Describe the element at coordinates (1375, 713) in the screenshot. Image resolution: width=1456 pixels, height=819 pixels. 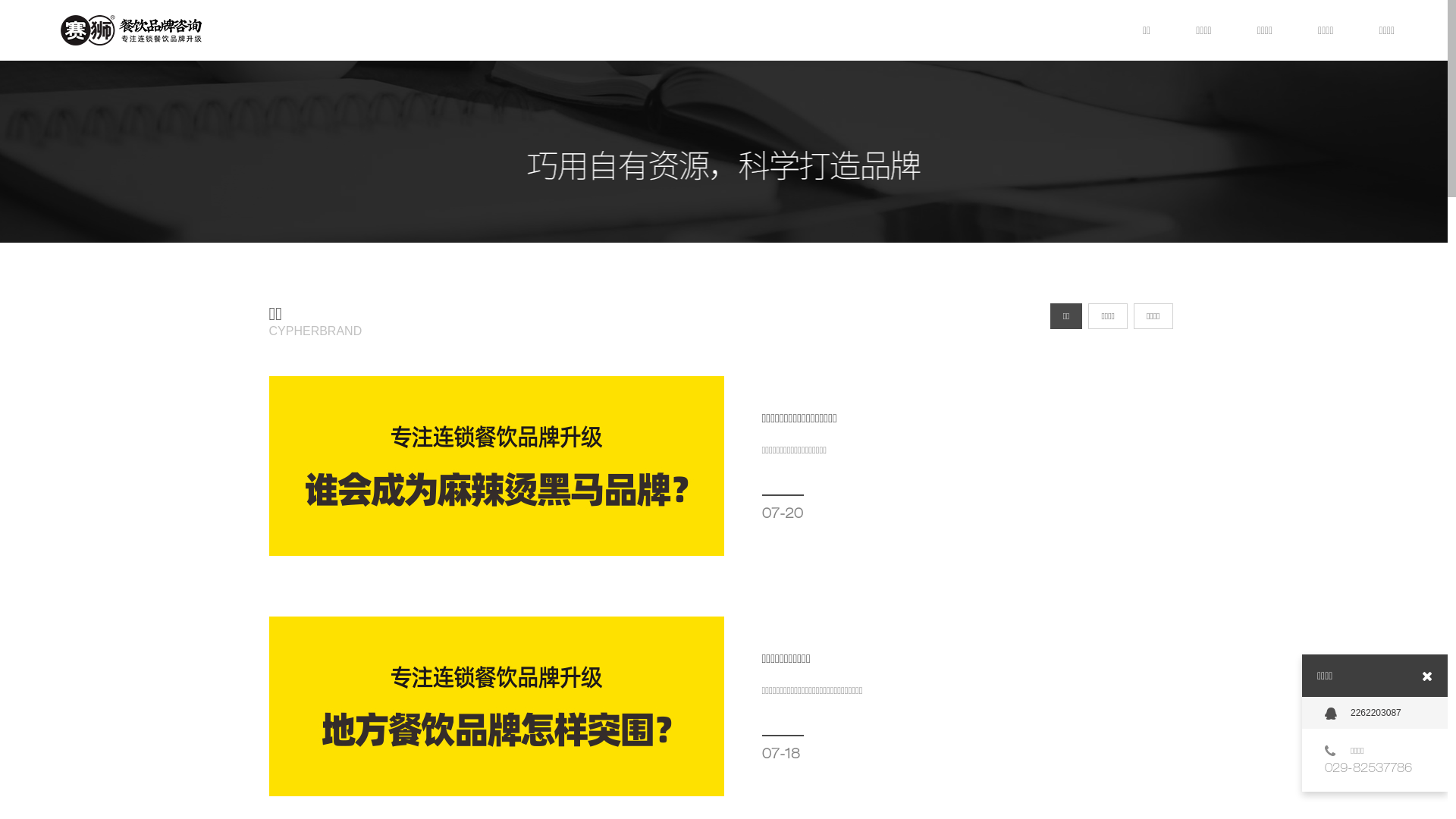
I see `'2262203087'` at that location.